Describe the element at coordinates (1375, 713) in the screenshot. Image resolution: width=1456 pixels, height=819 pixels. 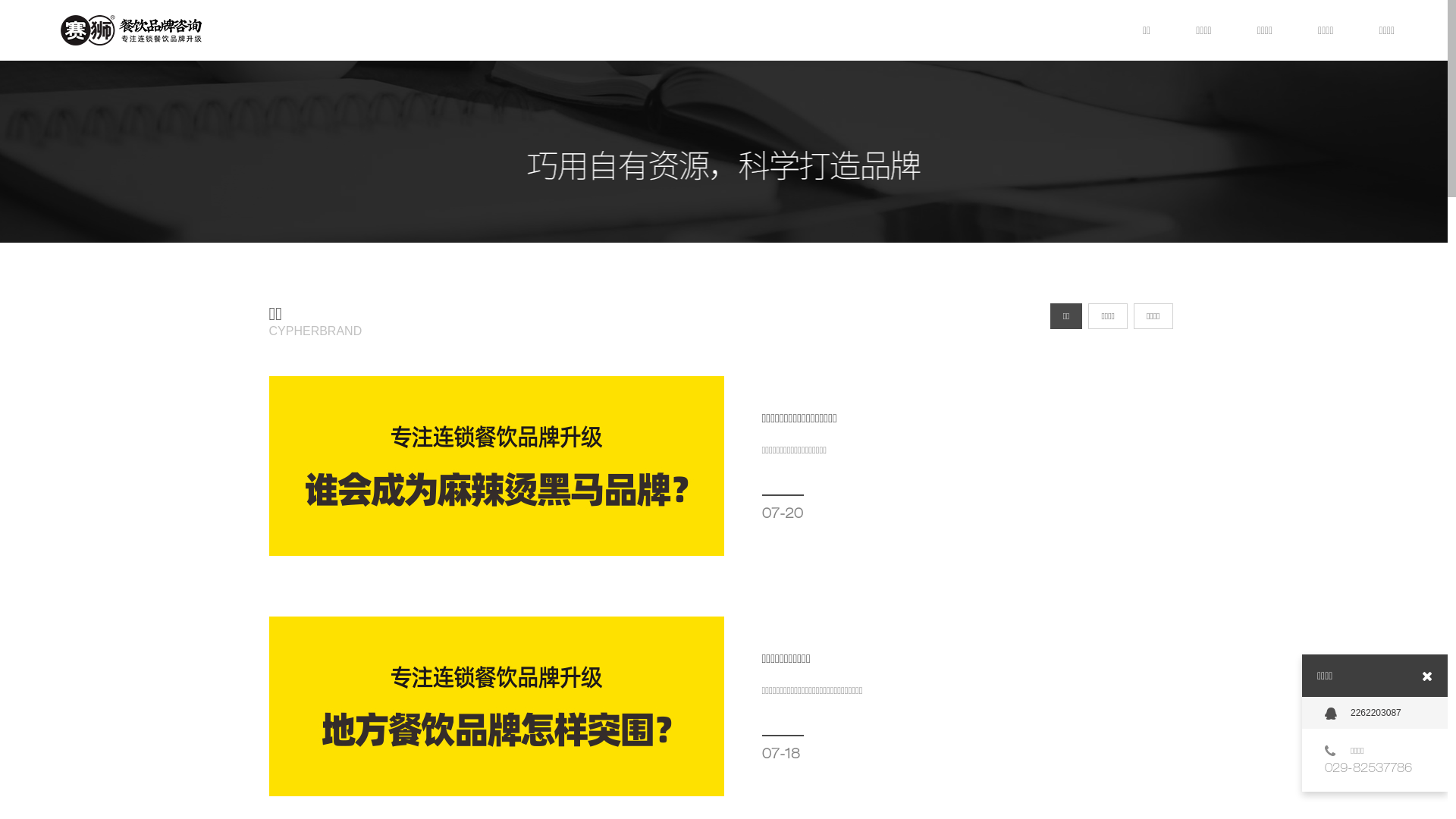
I see `'2262203087'` at that location.